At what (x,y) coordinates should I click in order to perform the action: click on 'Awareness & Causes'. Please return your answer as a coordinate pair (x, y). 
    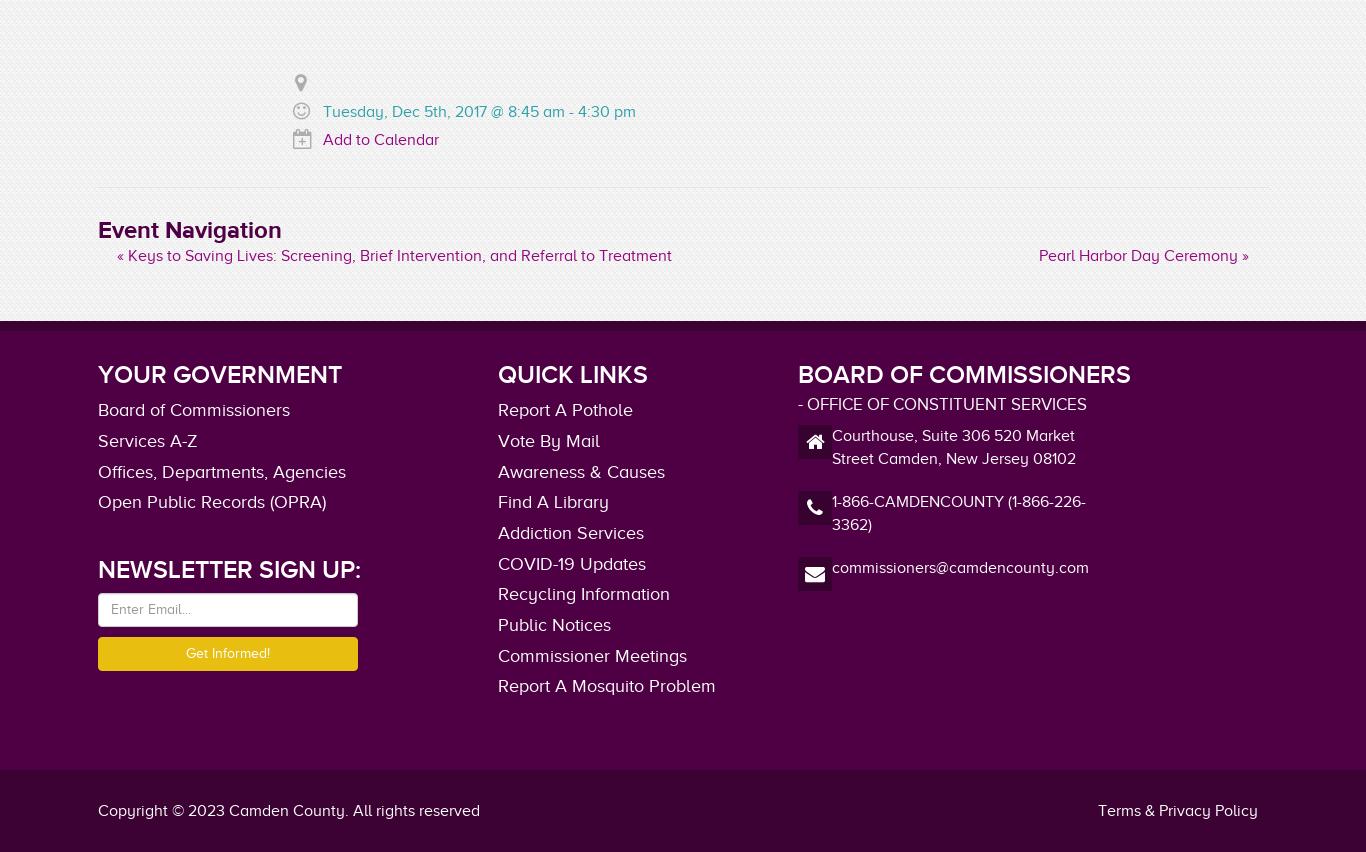
    Looking at the image, I should click on (580, 470).